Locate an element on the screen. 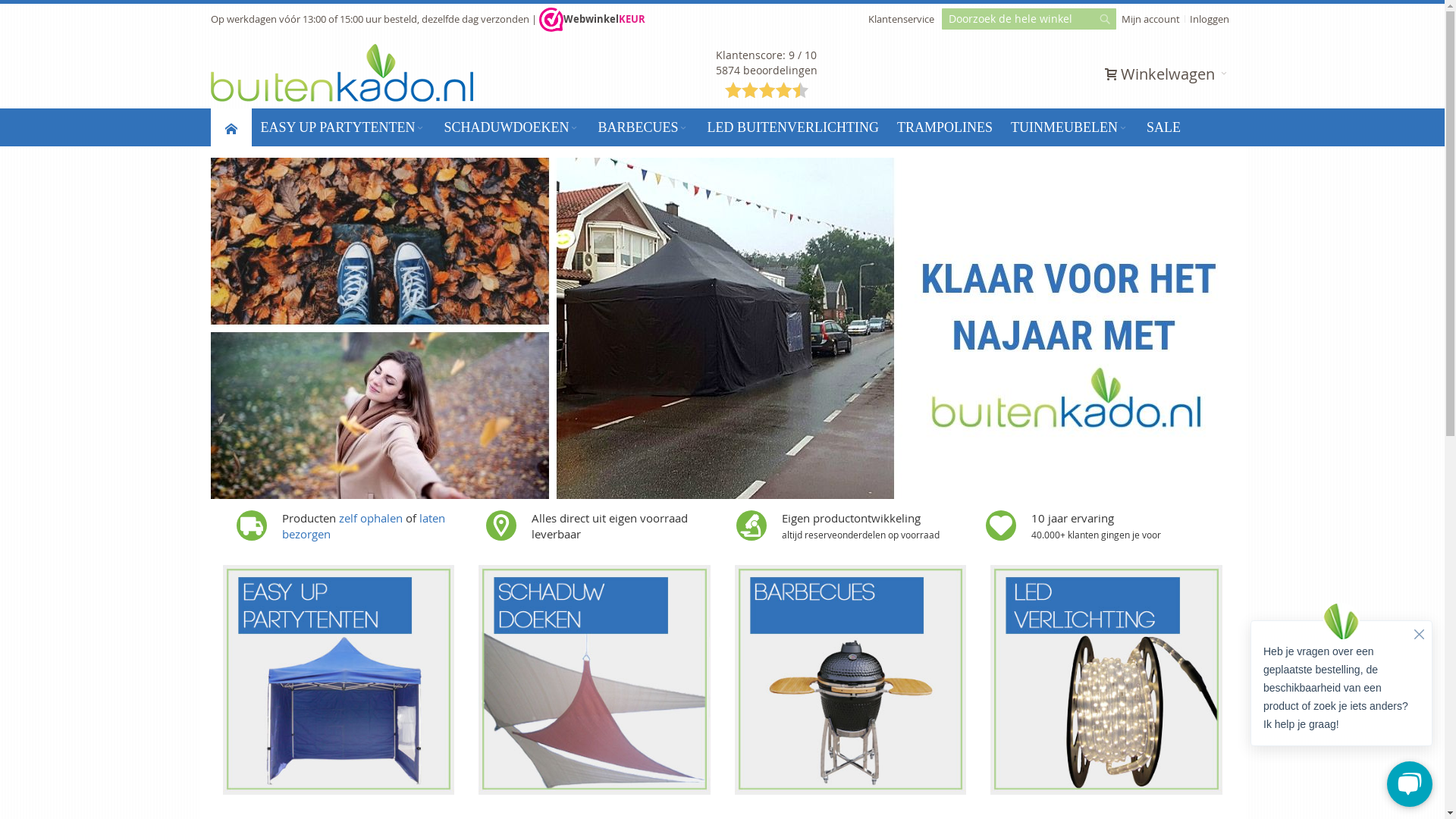 The height and width of the screenshot is (819, 1456). 'zelf ophalen' is located at coordinates (370, 516).